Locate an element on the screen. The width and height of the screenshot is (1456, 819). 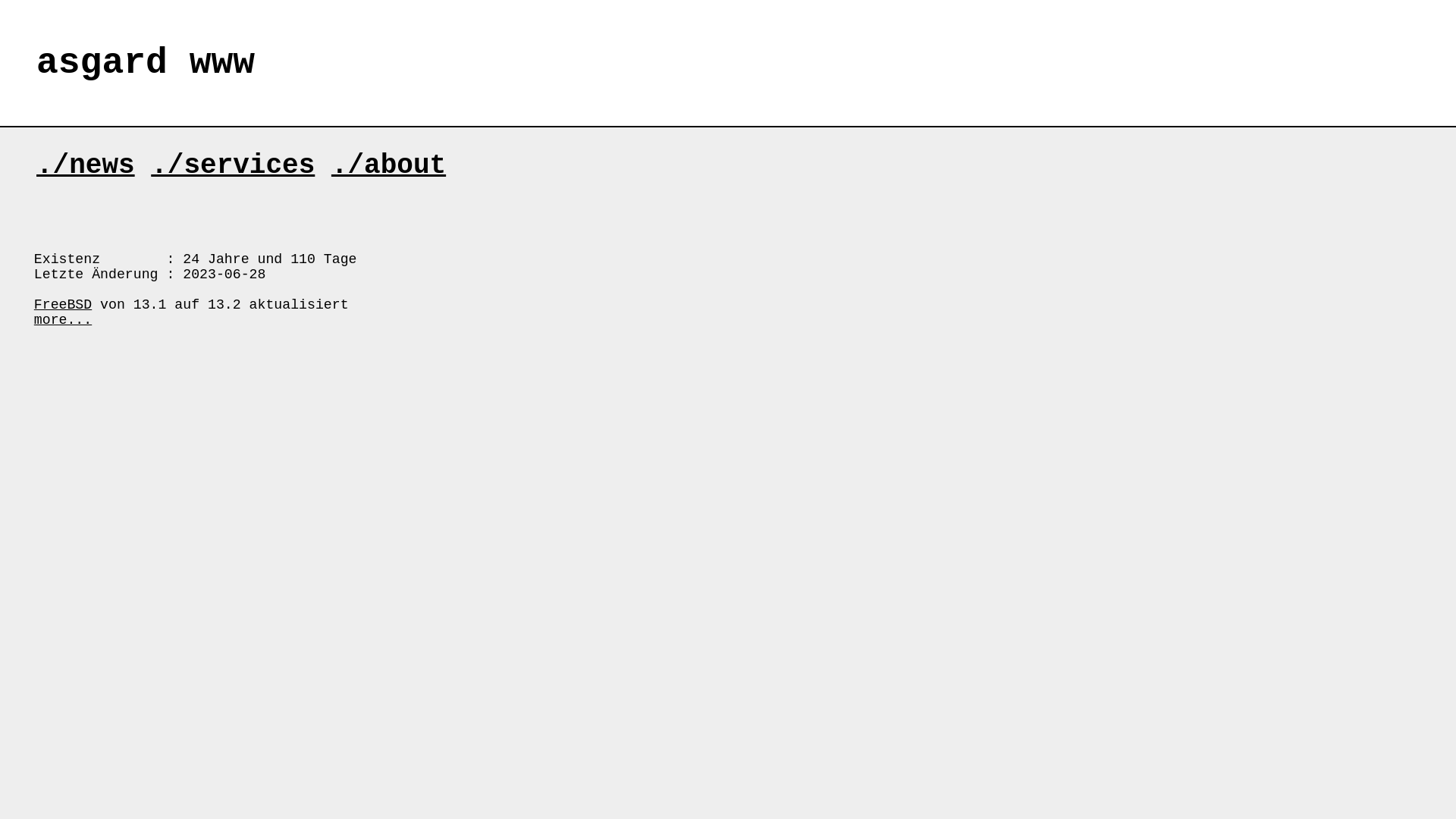
'asgard' is located at coordinates (36, 62).